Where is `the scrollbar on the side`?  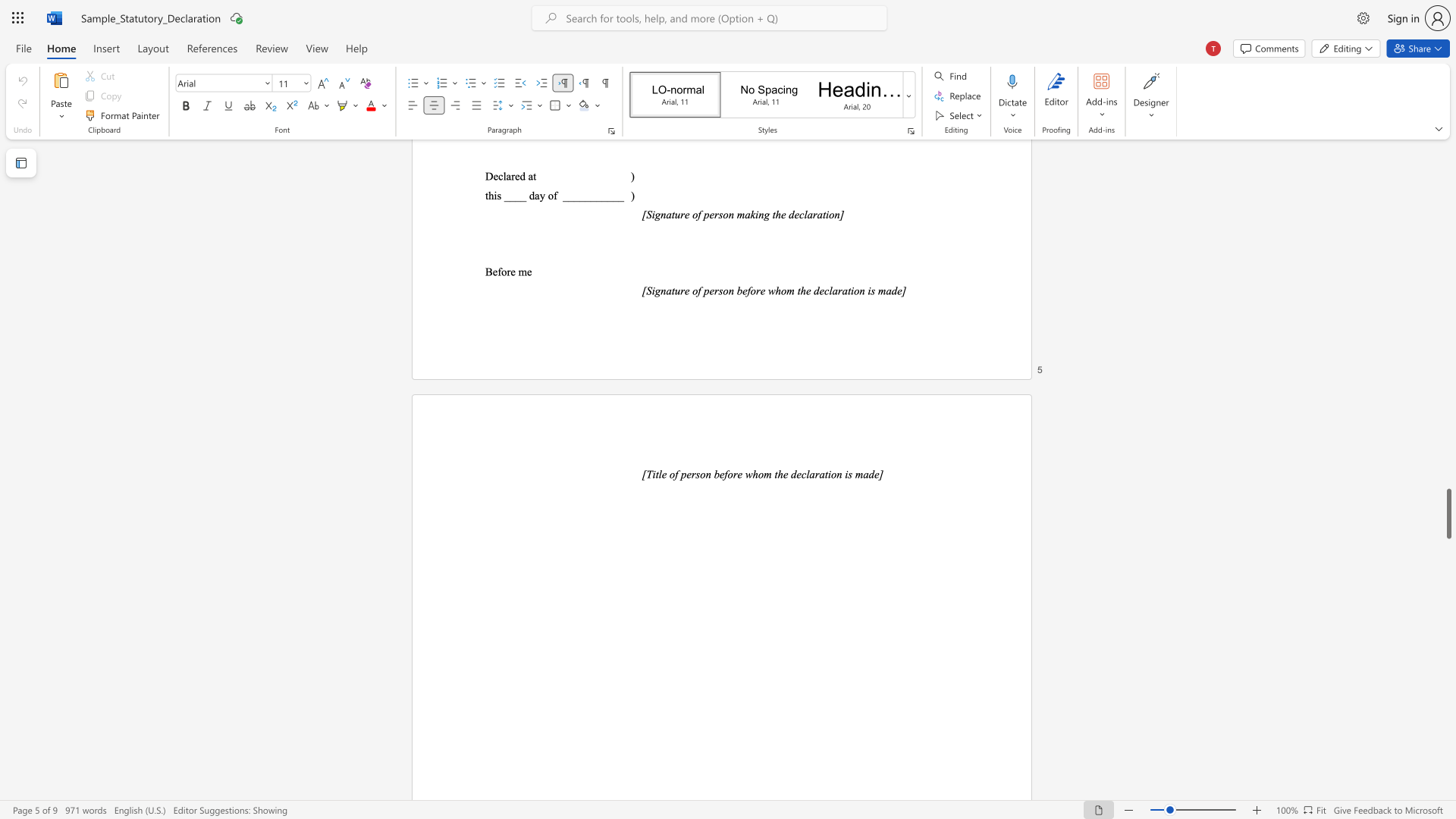 the scrollbar on the side is located at coordinates (1448, 227).